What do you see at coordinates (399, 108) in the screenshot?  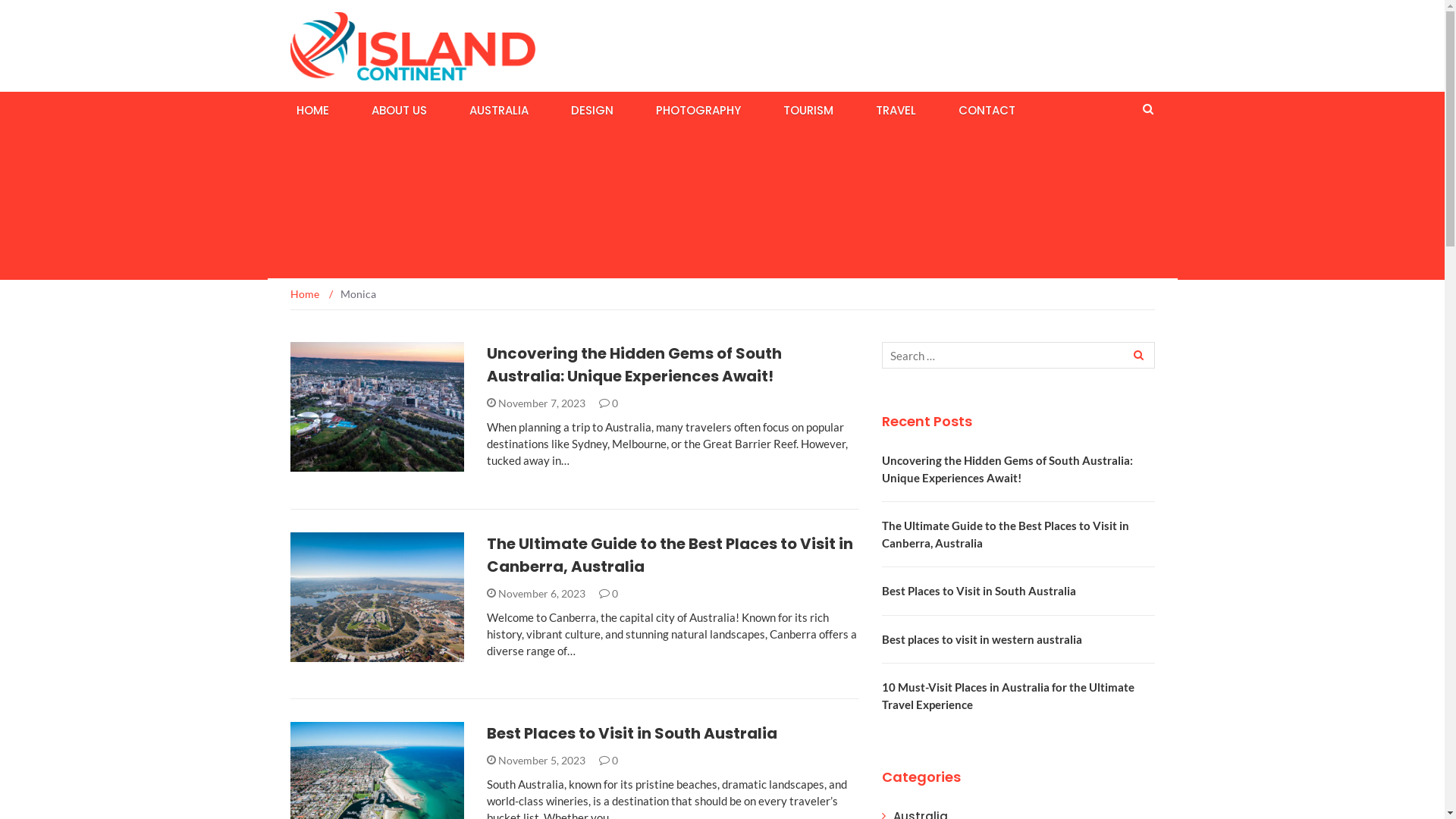 I see `'ABOUT US'` at bounding box center [399, 108].